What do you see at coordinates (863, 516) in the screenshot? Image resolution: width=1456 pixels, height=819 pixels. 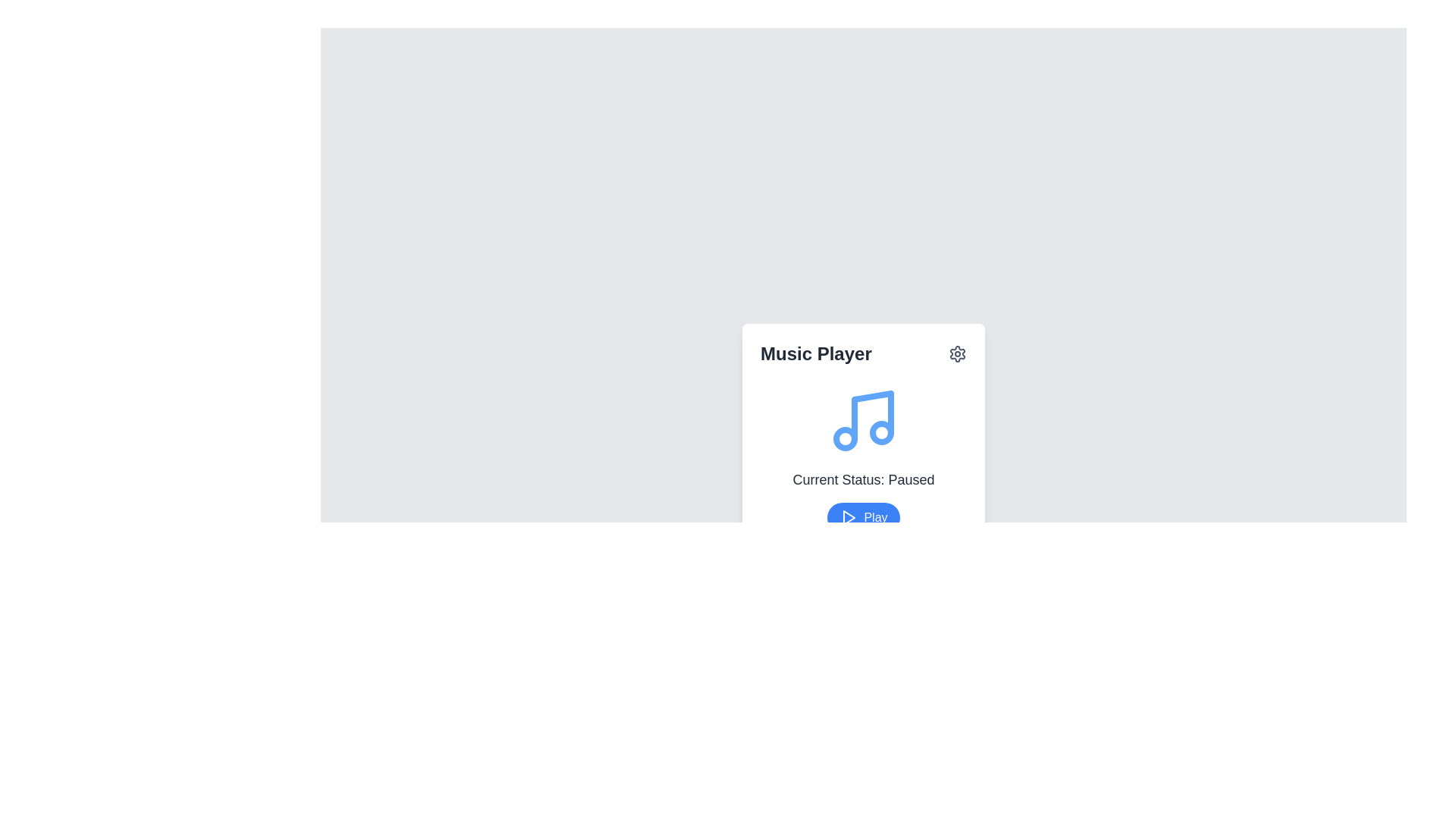 I see `the music playback button located at the bottom of the centered card component labeled 'Music Player'` at bounding box center [863, 516].